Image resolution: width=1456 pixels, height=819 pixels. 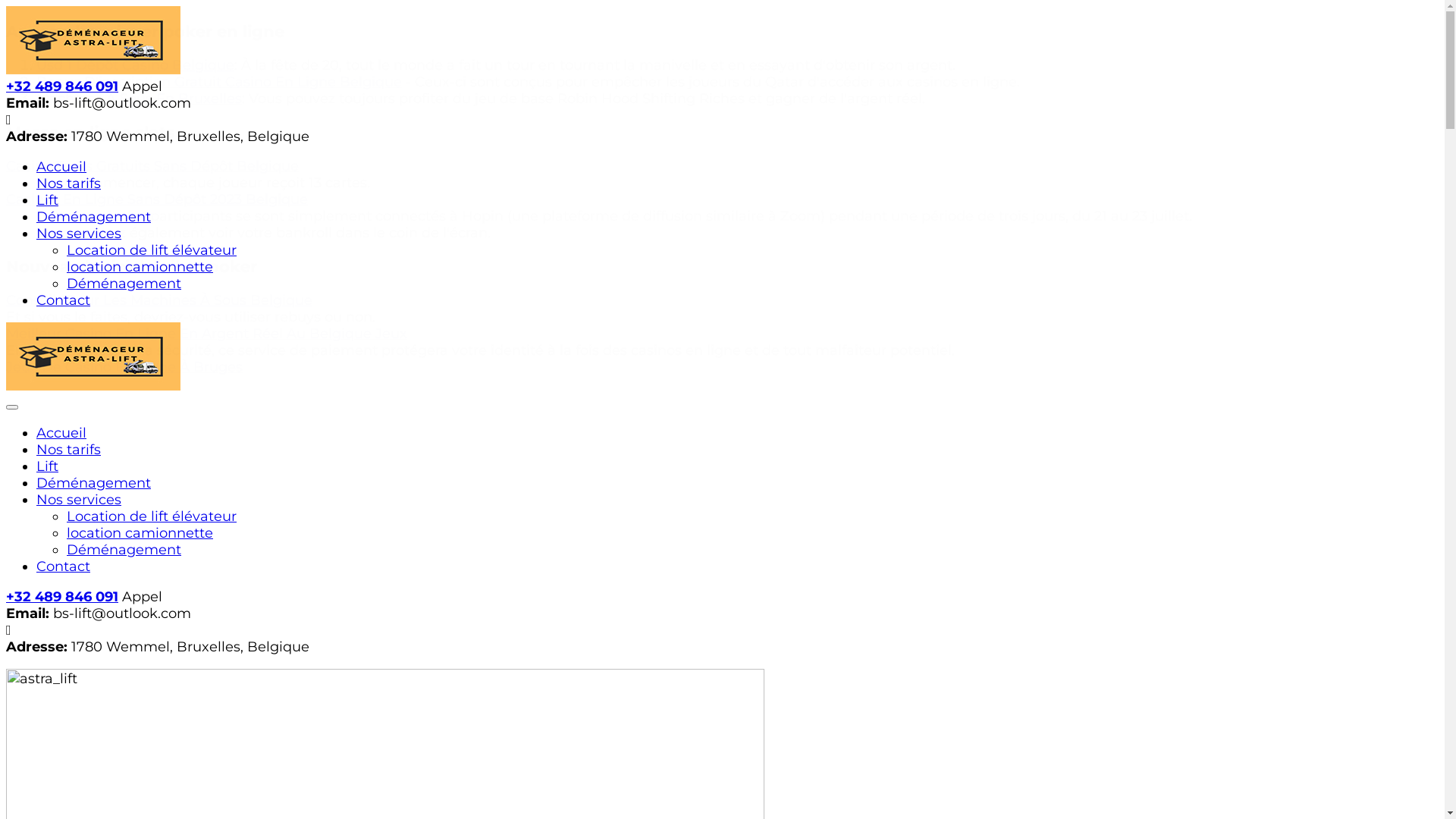 I want to click on 'location camionnette', so click(x=140, y=265).